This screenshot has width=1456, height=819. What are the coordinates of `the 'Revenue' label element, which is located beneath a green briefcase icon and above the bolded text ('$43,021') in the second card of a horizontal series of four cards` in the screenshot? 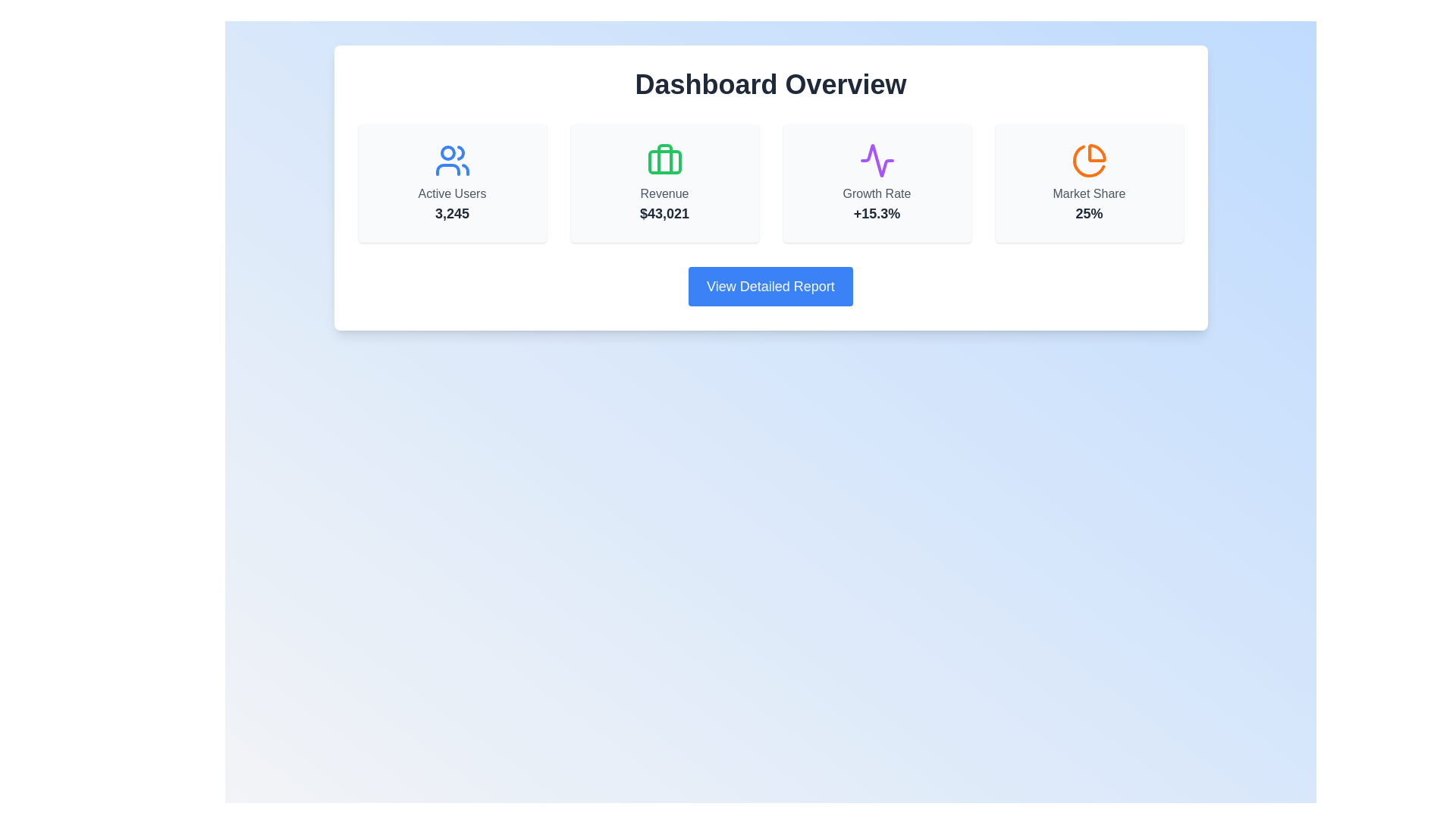 It's located at (664, 193).